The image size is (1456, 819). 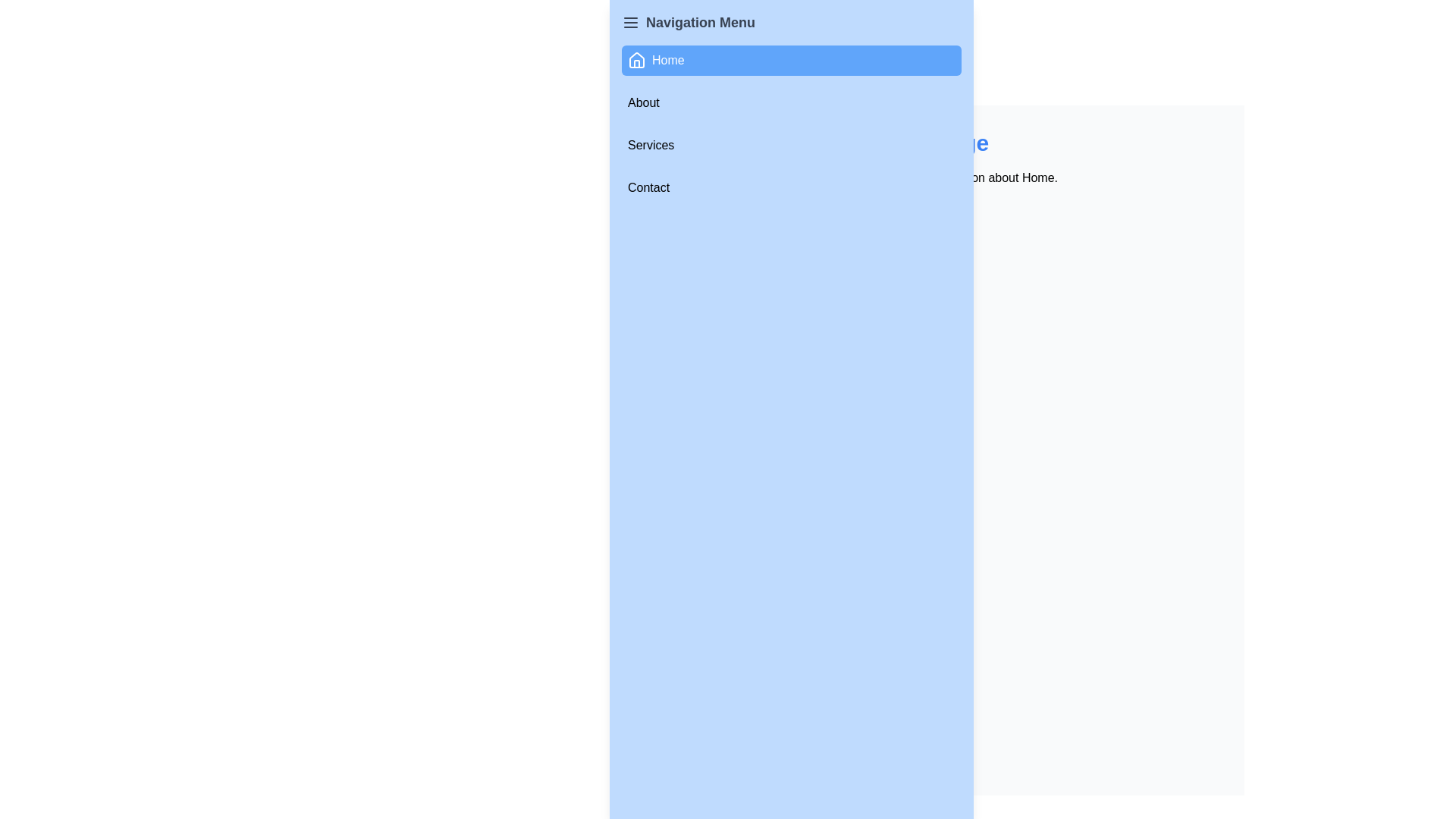 What do you see at coordinates (637, 60) in the screenshot?
I see `the 'Home' icon in the top-left side navigation panel, which serves as a visual indicator for the main page of the application` at bounding box center [637, 60].